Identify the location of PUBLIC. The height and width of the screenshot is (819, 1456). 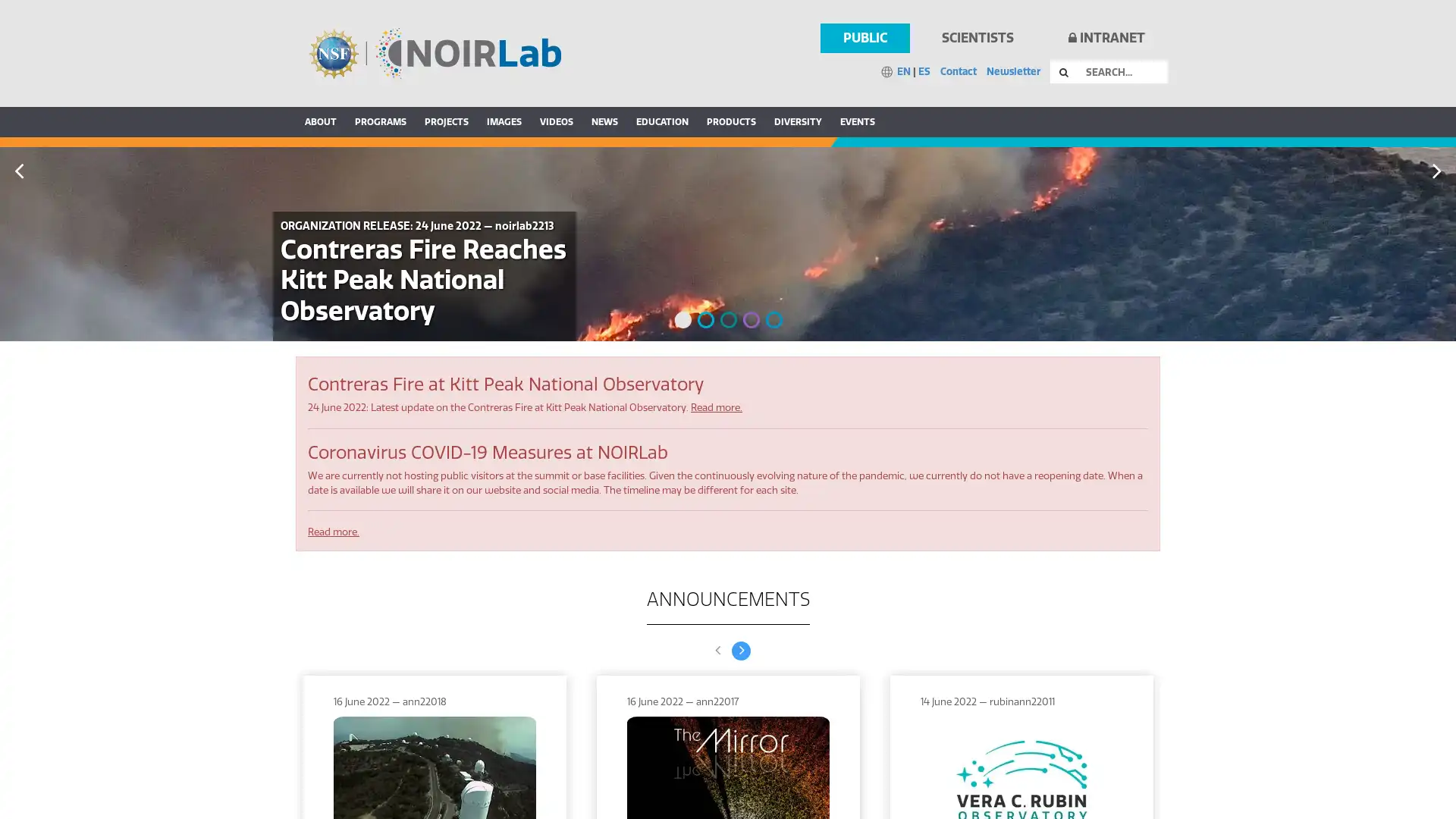
(864, 37).